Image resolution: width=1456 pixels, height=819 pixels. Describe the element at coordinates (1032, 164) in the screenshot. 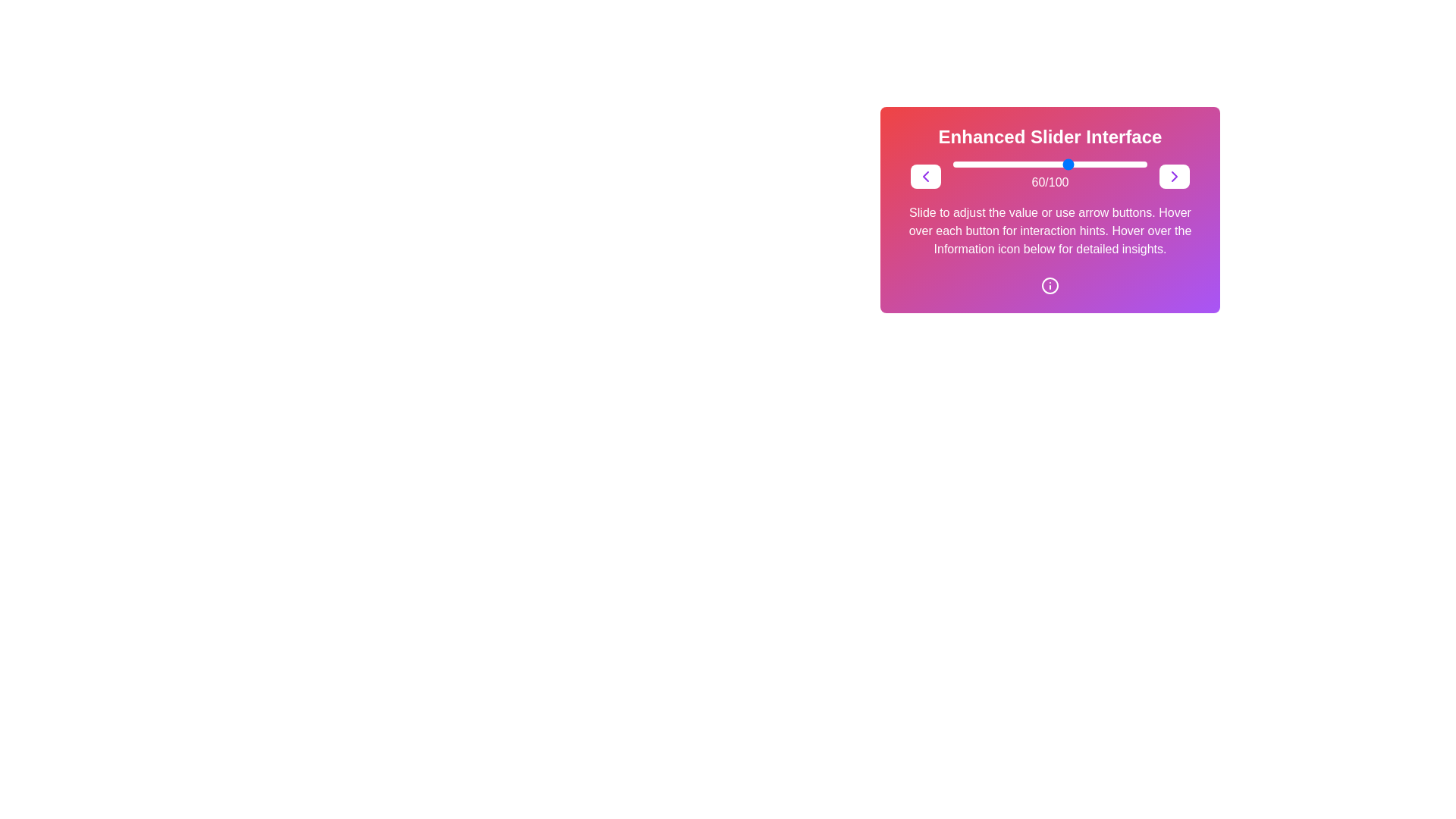

I see `the slider` at that location.